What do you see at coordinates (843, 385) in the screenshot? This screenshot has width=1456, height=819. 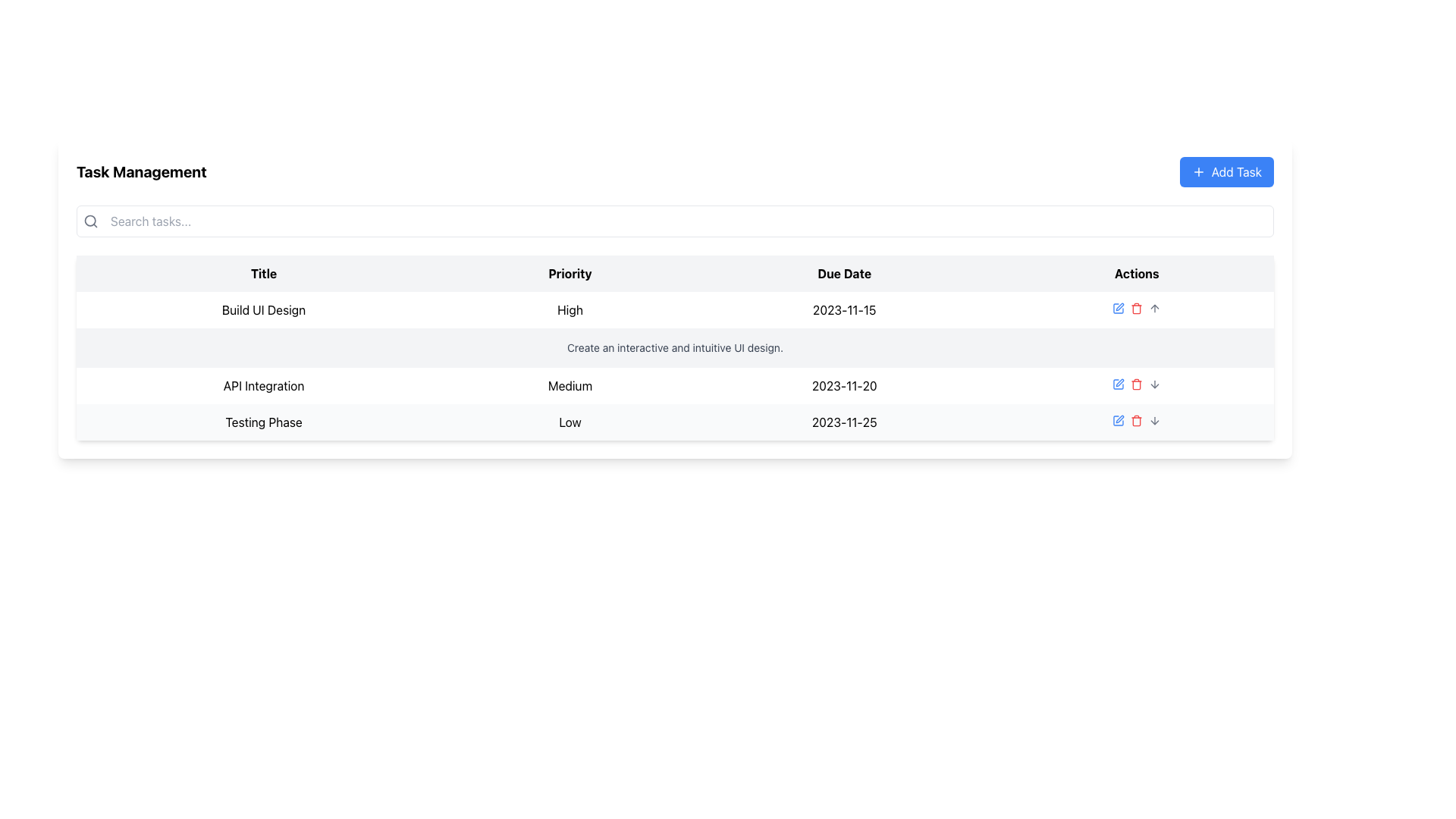 I see `the static text element displaying '2023-11-20' in the 'Due Date' column of the table for the 'API Integration' task` at bounding box center [843, 385].